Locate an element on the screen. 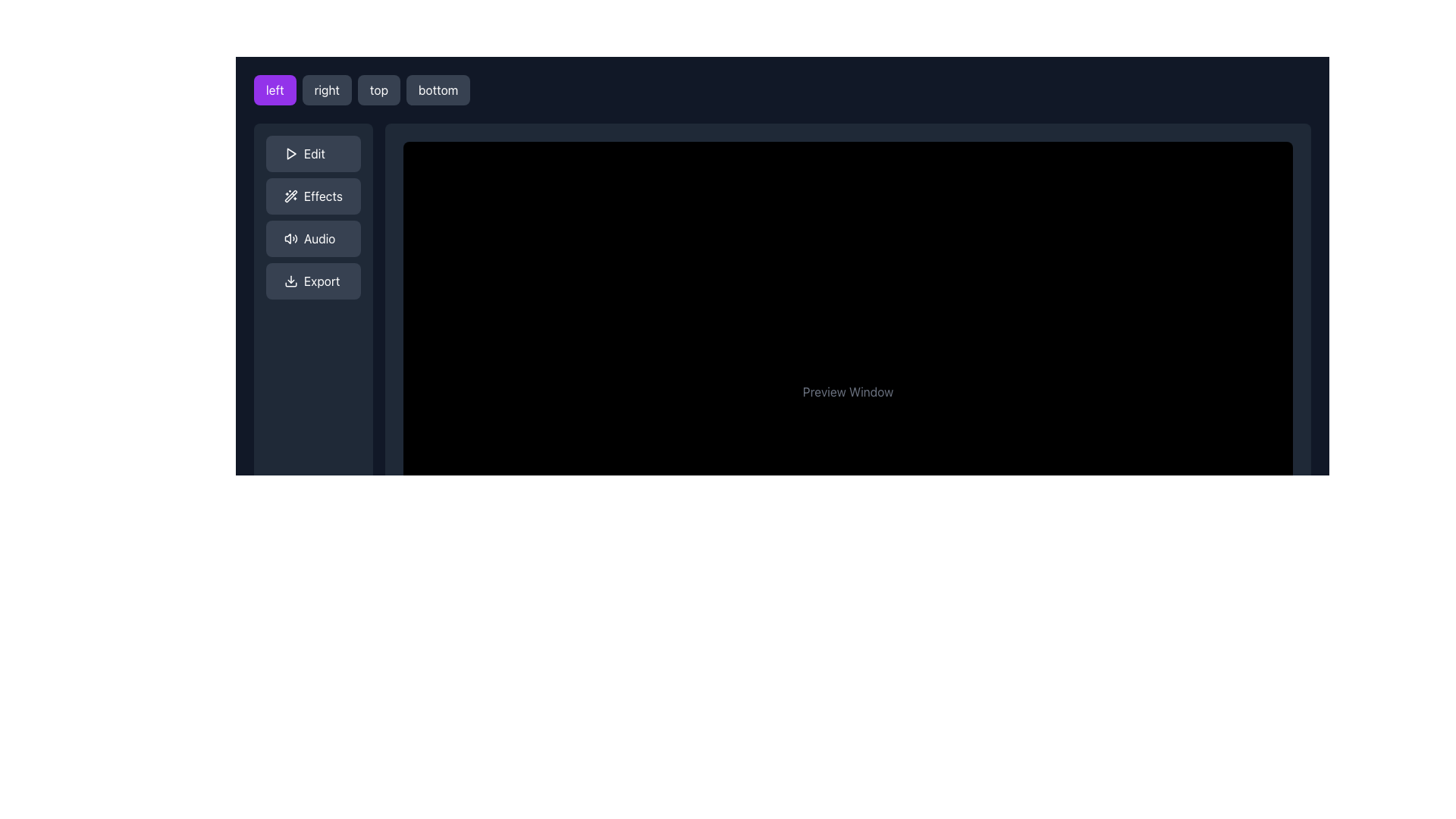  the button that activates effects, located between the 'Edit' and 'Audio' buttons in the vertical list is located at coordinates (312, 195).